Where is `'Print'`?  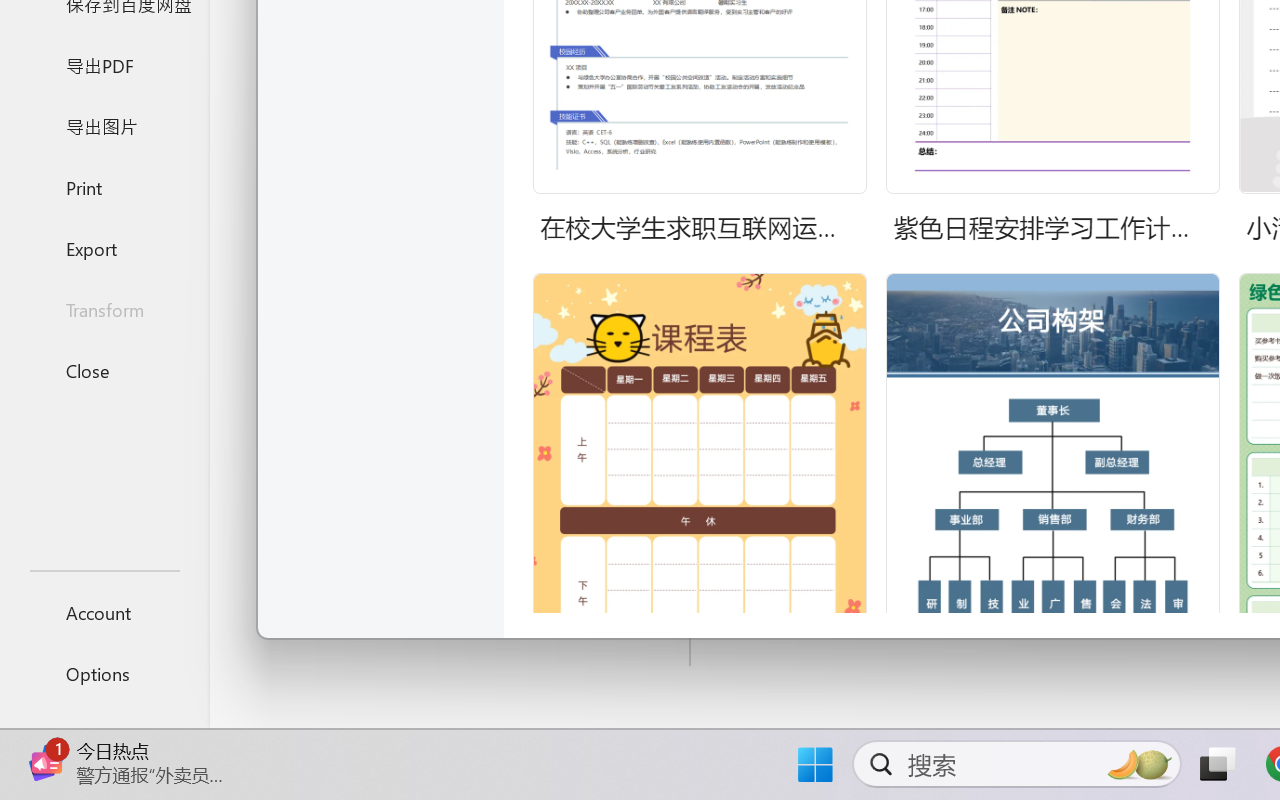
'Print' is located at coordinates (103, 186).